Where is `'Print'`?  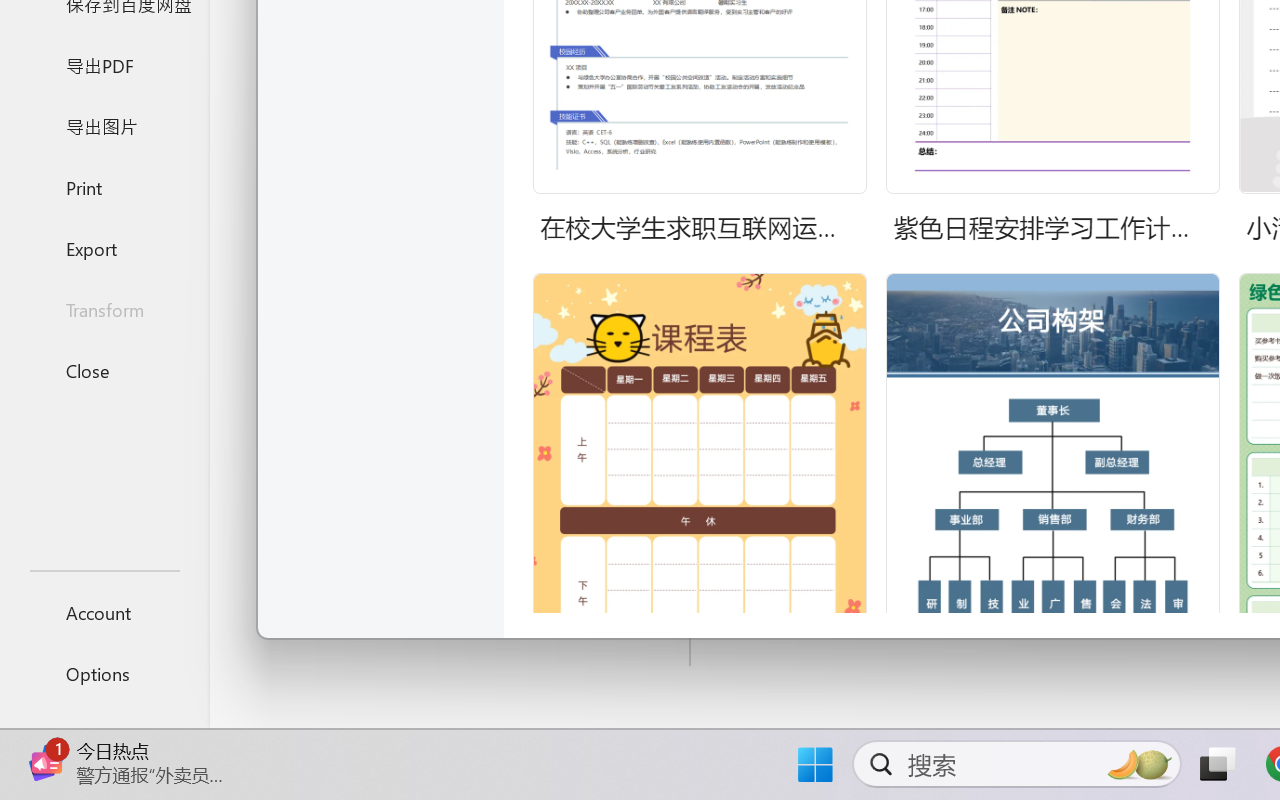
'Print' is located at coordinates (103, 186).